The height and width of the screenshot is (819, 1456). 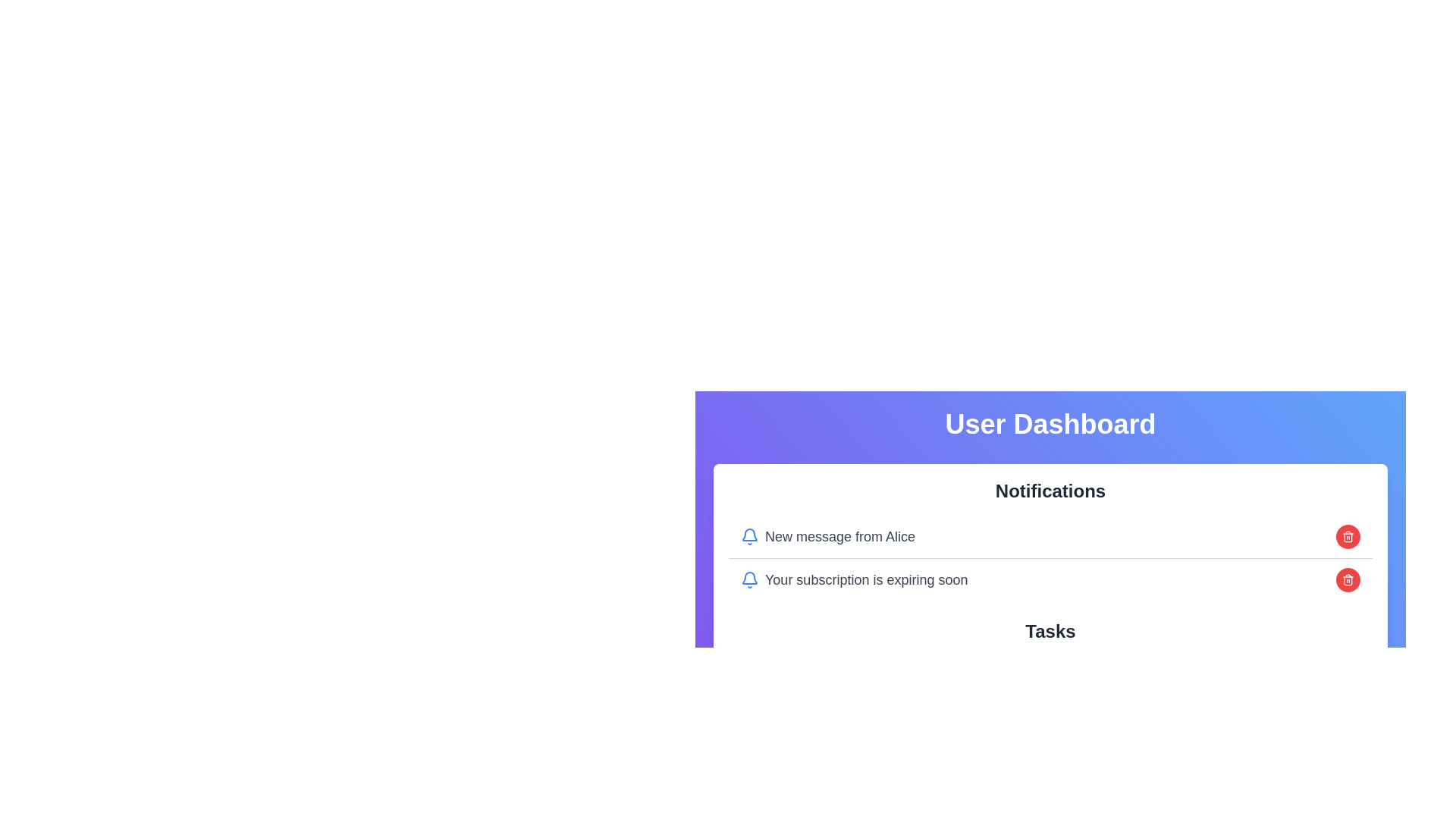 I want to click on the bell icon with a blue outline representing a notification symbol, located in the upper-left corner of the notification entry for 'New message from Alice', so click(x=749, y=536).